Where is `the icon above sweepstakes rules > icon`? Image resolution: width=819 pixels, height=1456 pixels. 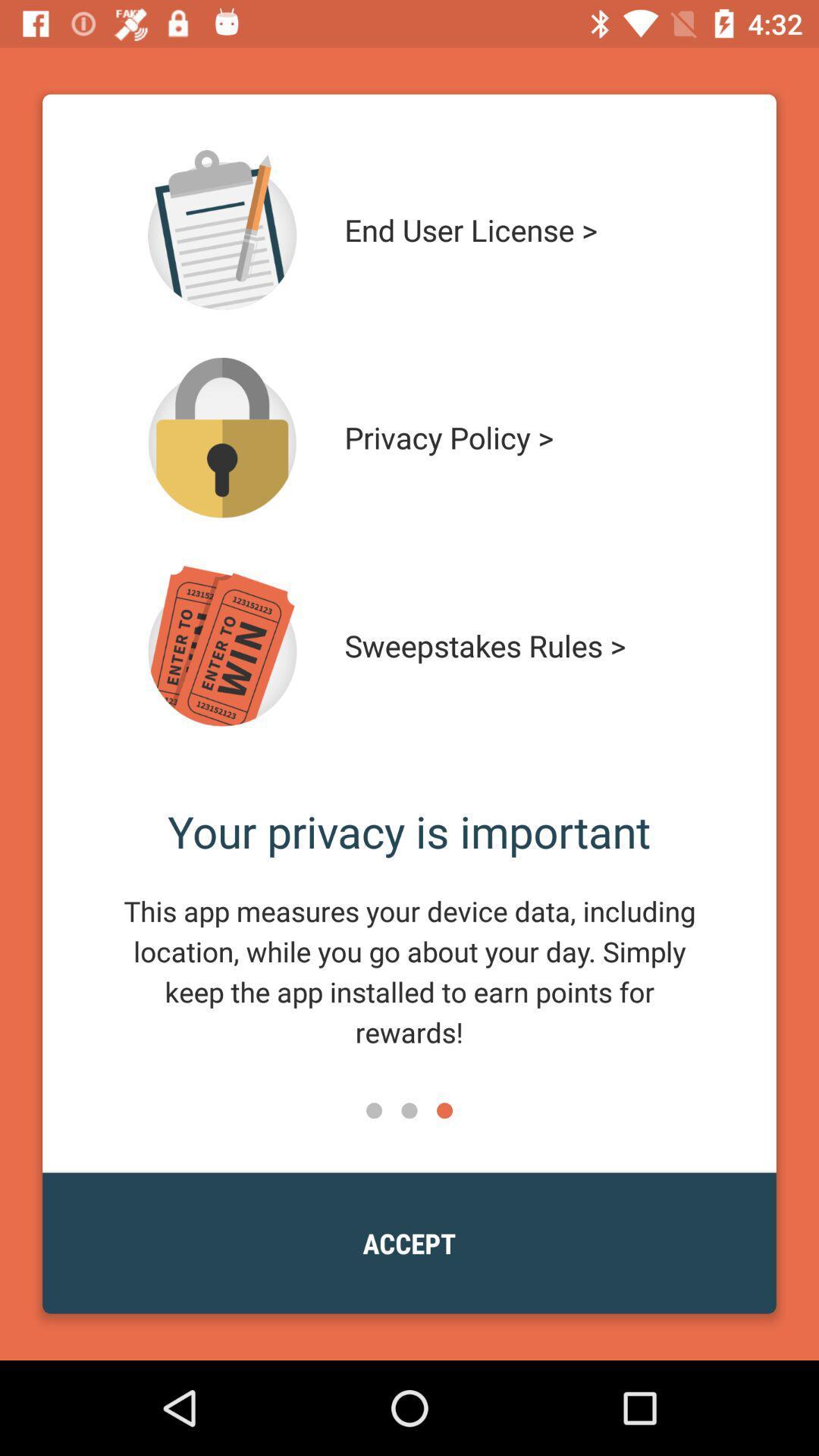 the icon above sweepstakes rules > icon is located at coordinates (513, 437).